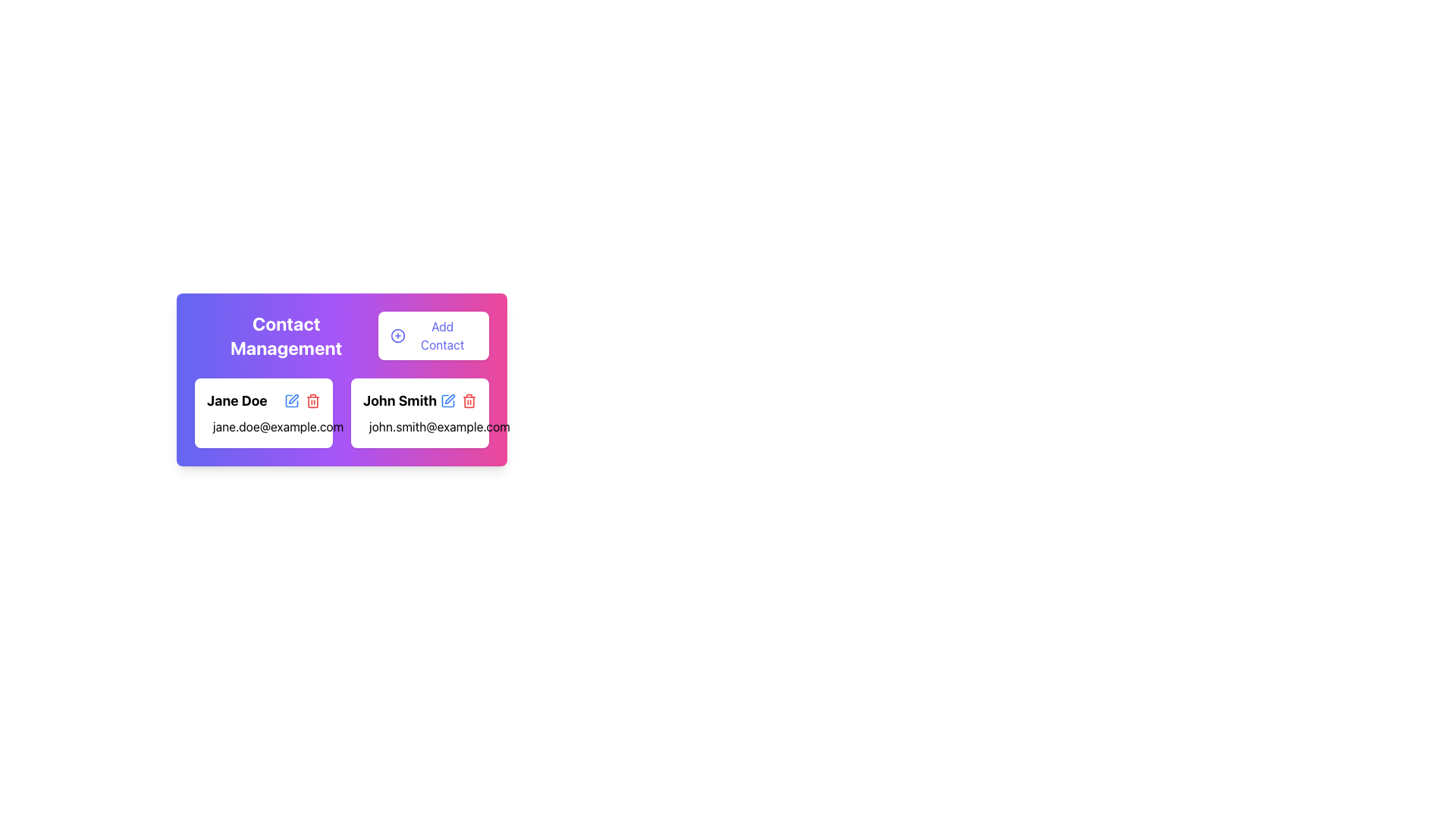  What do you see at coordinates (449, 398) in the screenshot?
I see `the edit icon represented by an SVG element in the top-right corner of the card labeled 'John Smith' to initiate the editing action` at bounding box center [449, 398].